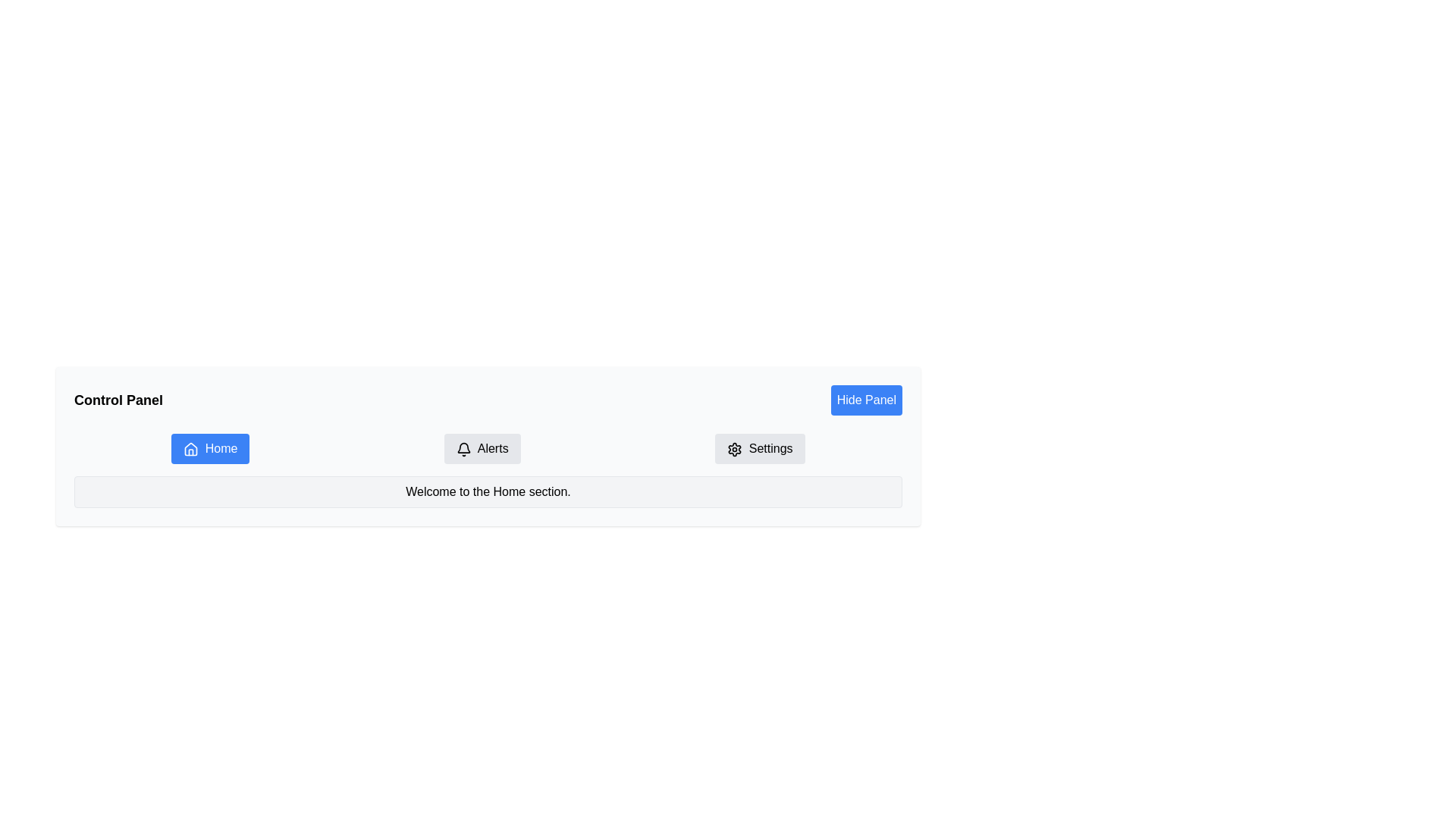 This screenshot has width=1456, height=819. I want to click on the bell-shaped notification icon located within the 'Alerts' button, which is positioned in the center of the horizontal navigation bar, to the left of the 'Alerts' text, so click(463, 448).